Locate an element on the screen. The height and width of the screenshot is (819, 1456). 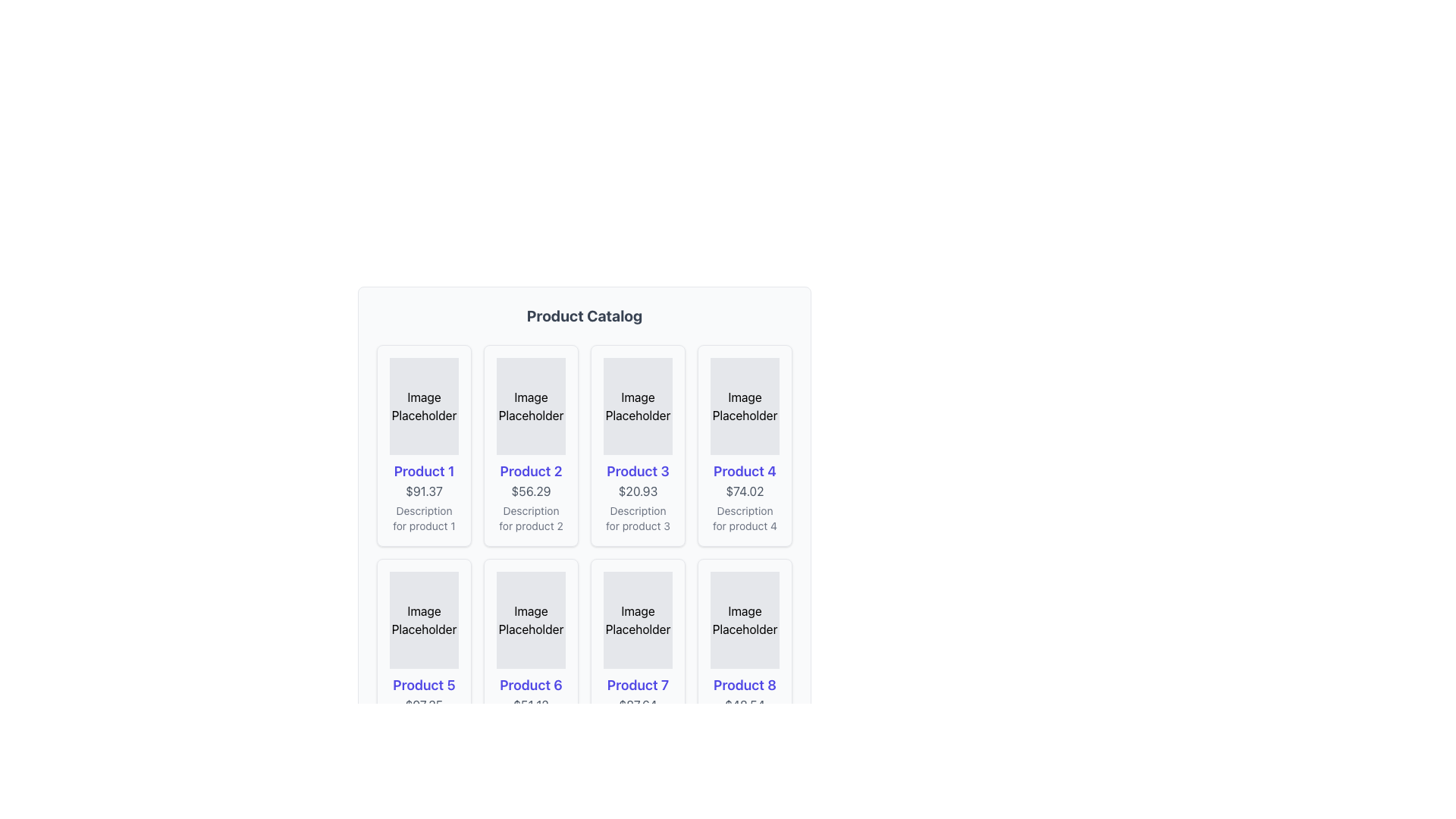
the rectangular placeholder element with a light gray background and centered text reading 'Image Placeholder' located above the title 'Product 4' is located at coordinates (745, 406).